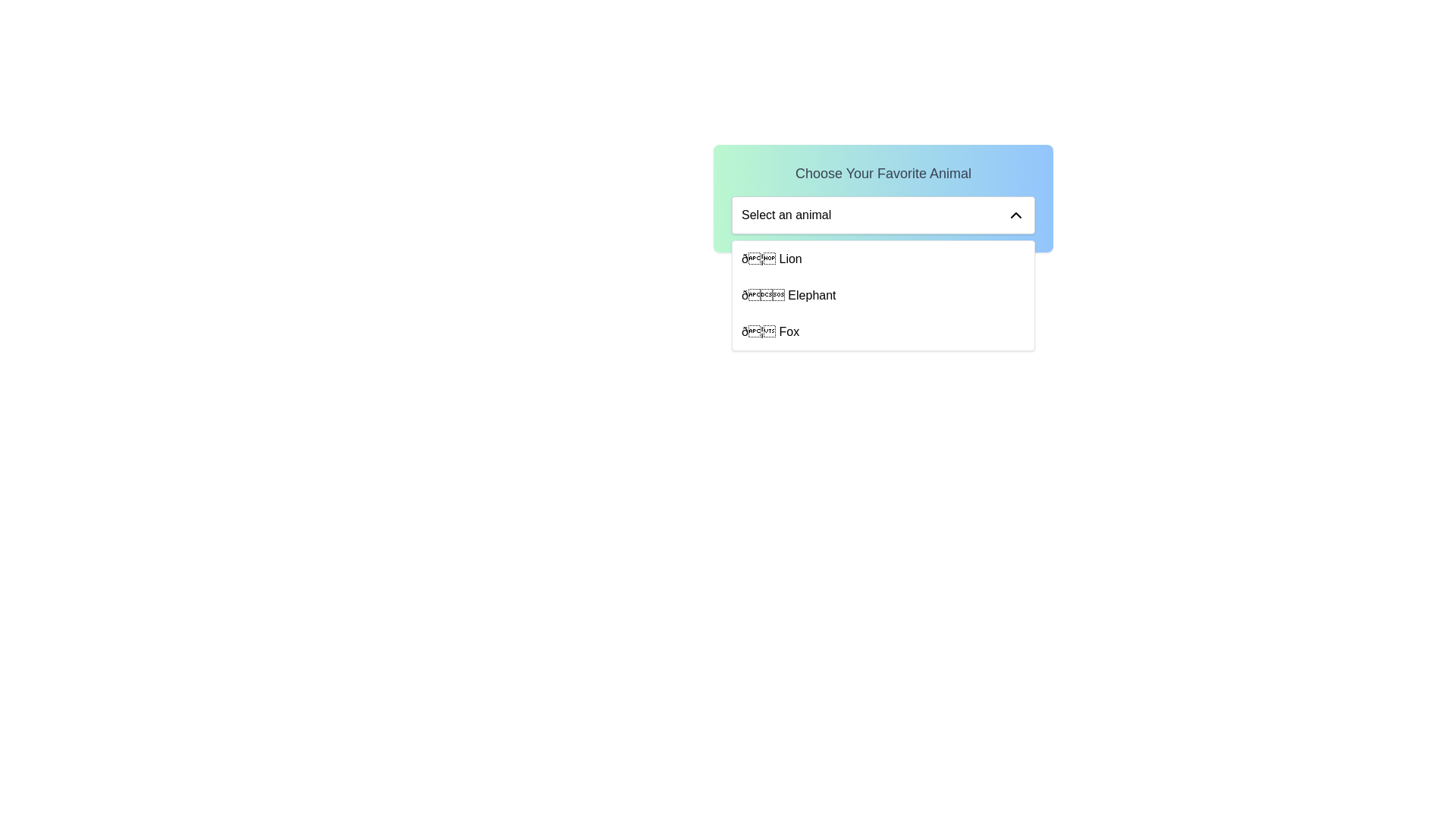 The image size is (1456, 819). What do you see at coordinates (771, 259) in the screenshot?
I see `the first item in the dropdown menu that displays a lion emoji followed by the word 'Lion'` at bounding box center [771, 259].